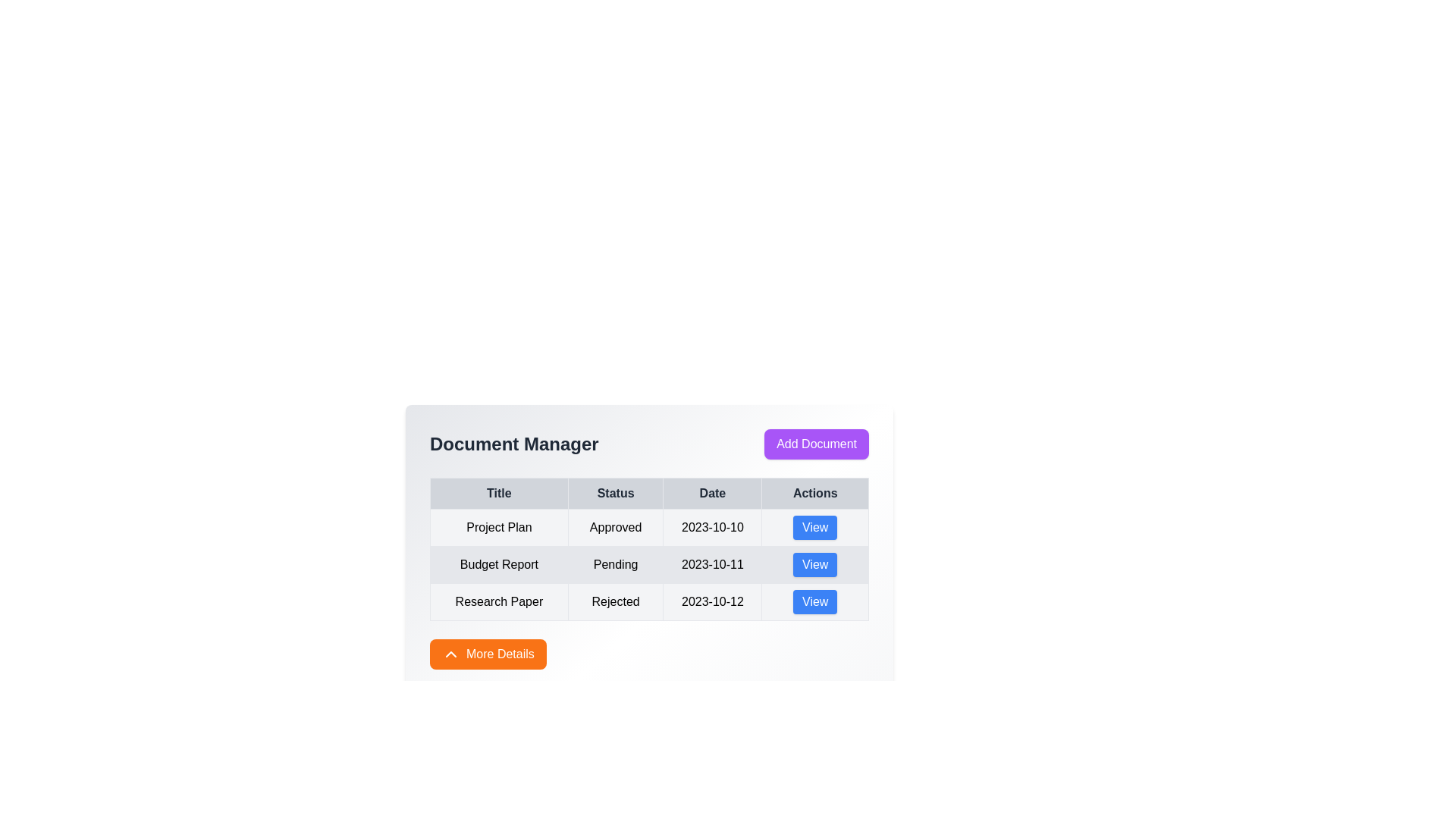 Image resolution: width=1456 pixels, height=819 pixels. I want to click on the text label indicating the title of the associated document for 'Budget Report' in the 'Title' column, so click(499, 564).